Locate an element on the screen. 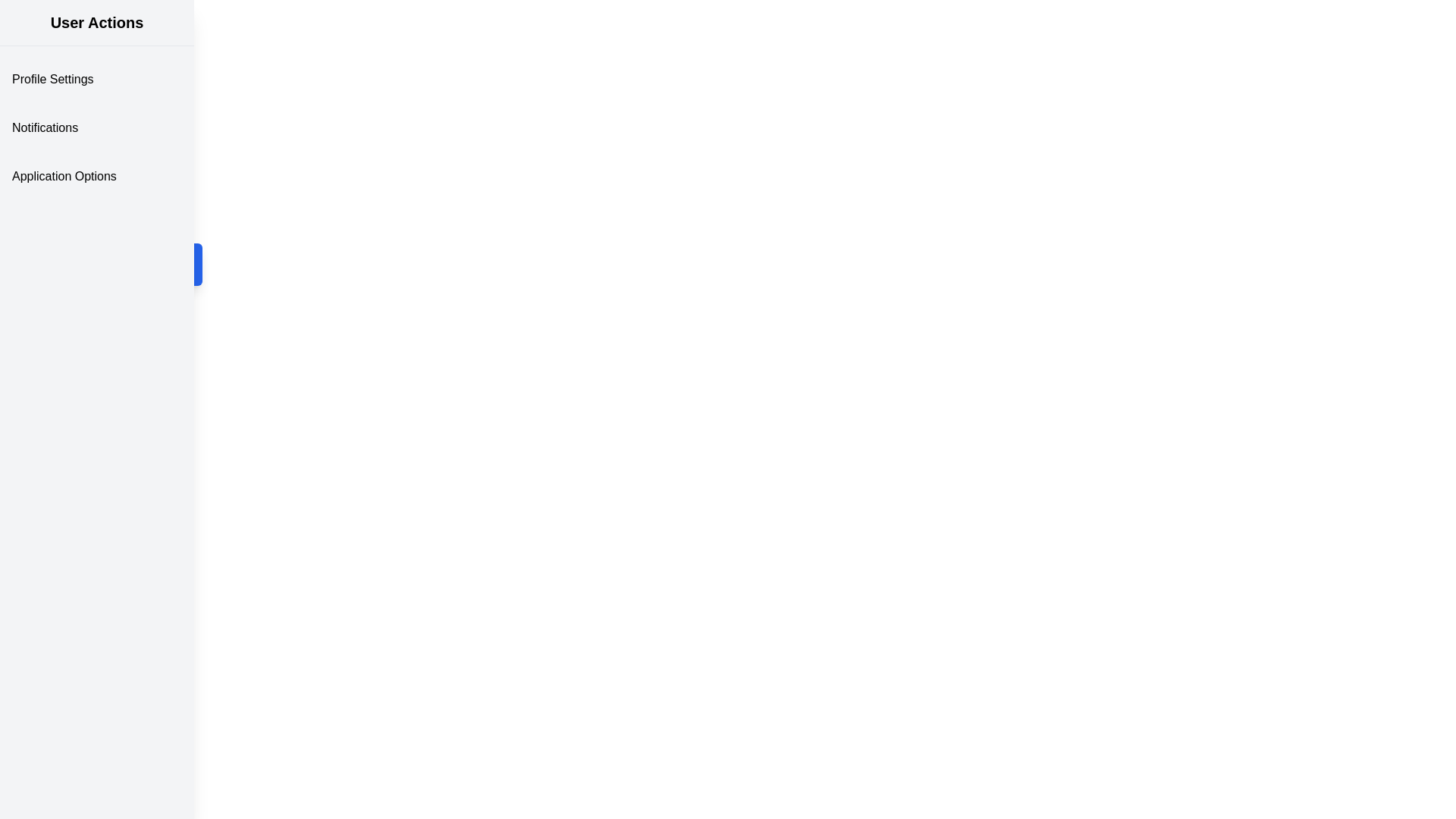 The image size is (1456, 819). the menu item Application Options to interact with it is located at coordinates (96, 175).